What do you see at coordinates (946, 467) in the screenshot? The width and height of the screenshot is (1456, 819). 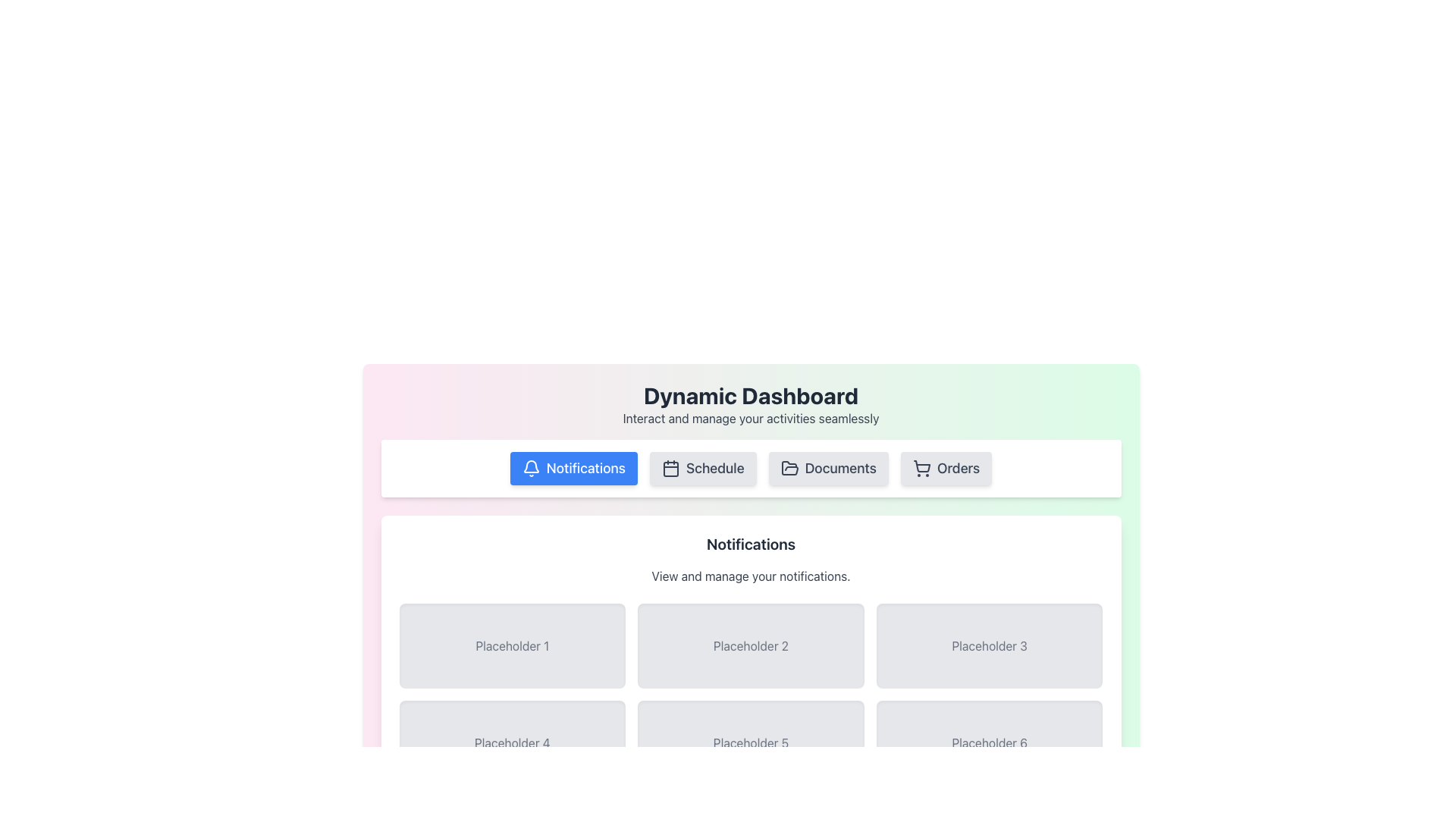 I see `the fourth button from the left in the top center region of the dashboard` at bounding box center [946, 467].